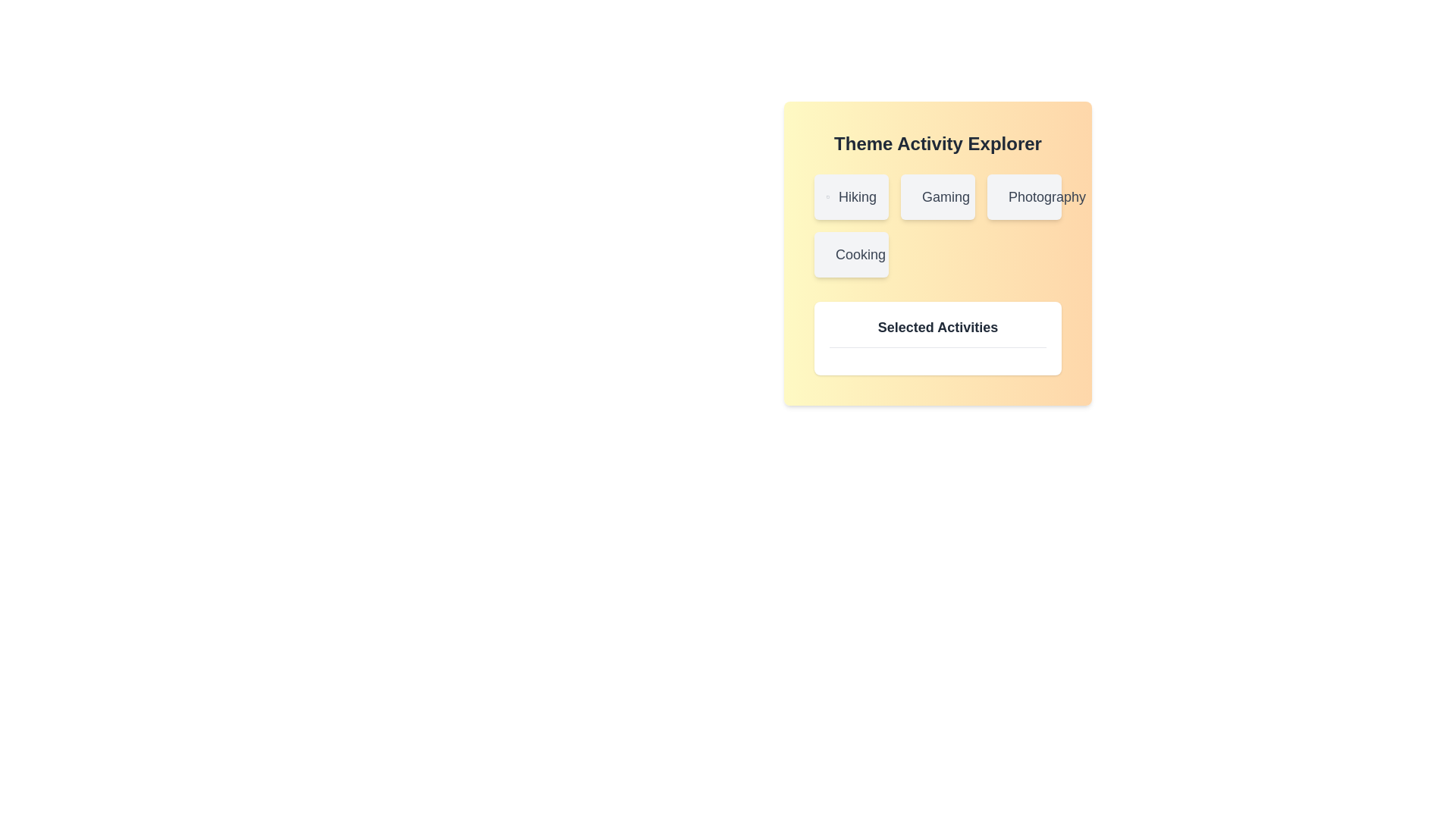 The height and width of the screenshot is (819, 1456). I want to click on the 'Gaming' text label, which is part of a button in the activity selection interface, located at the top-right of the grid of buttons in the 'Theme Activity Explorer.', so click(945, 196).